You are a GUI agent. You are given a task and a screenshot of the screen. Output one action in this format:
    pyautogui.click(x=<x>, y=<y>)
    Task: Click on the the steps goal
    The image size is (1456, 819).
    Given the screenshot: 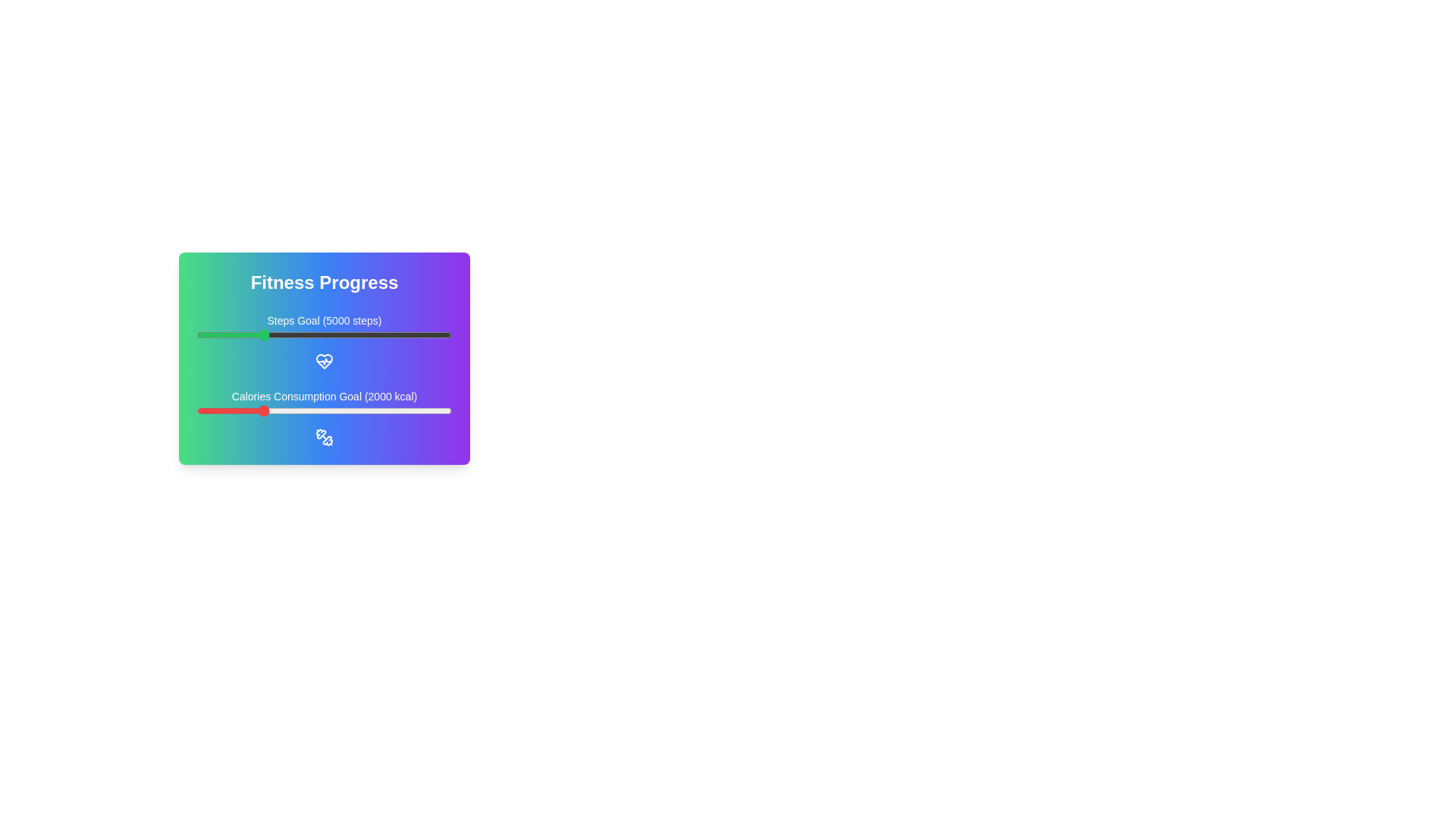 What is the action you would take?
    pyautogui.click(x=356, y=334)
    